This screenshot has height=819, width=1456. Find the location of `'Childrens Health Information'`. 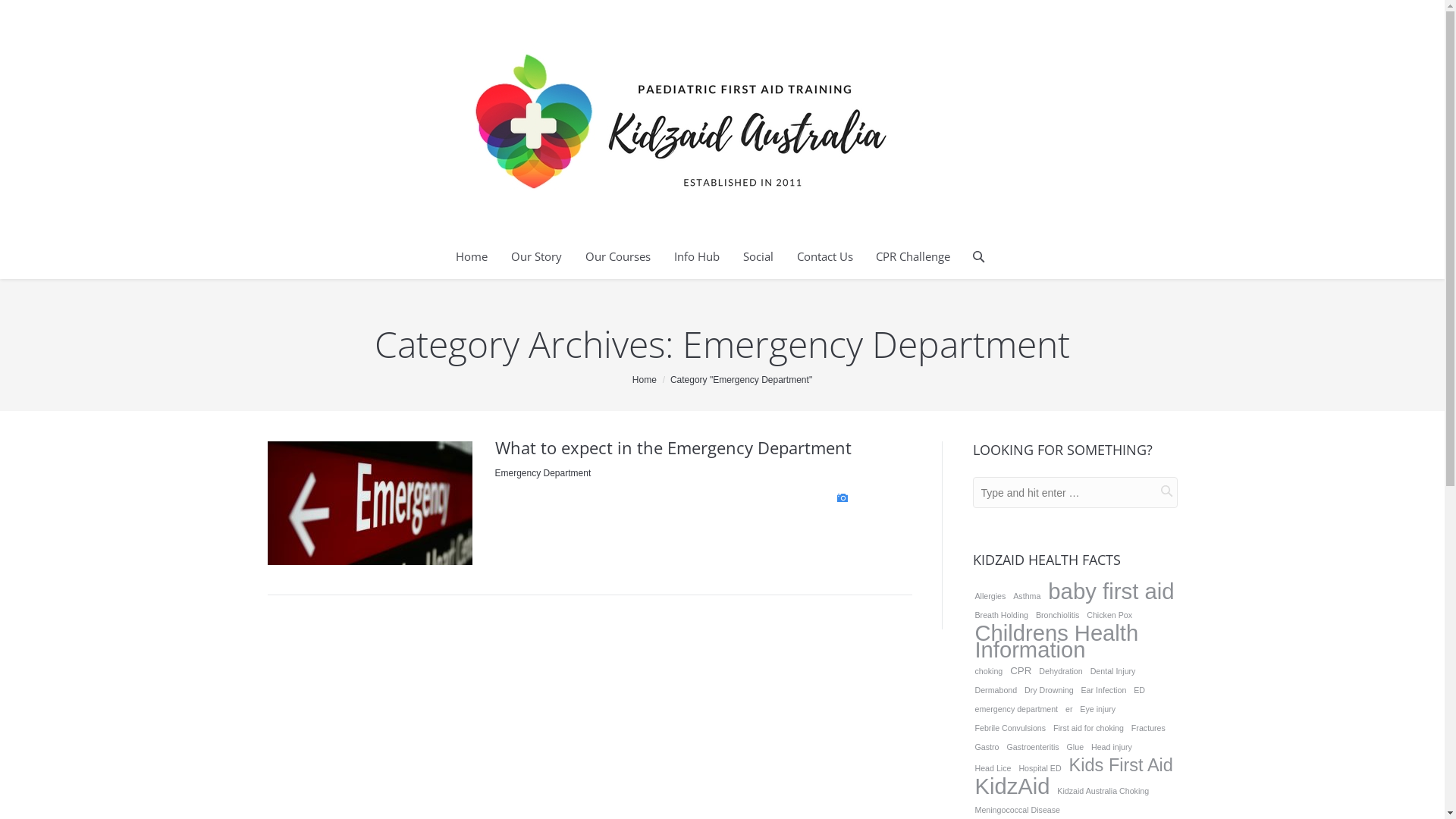

'Childrens Health Information' is located at coordinates (1073, 641).